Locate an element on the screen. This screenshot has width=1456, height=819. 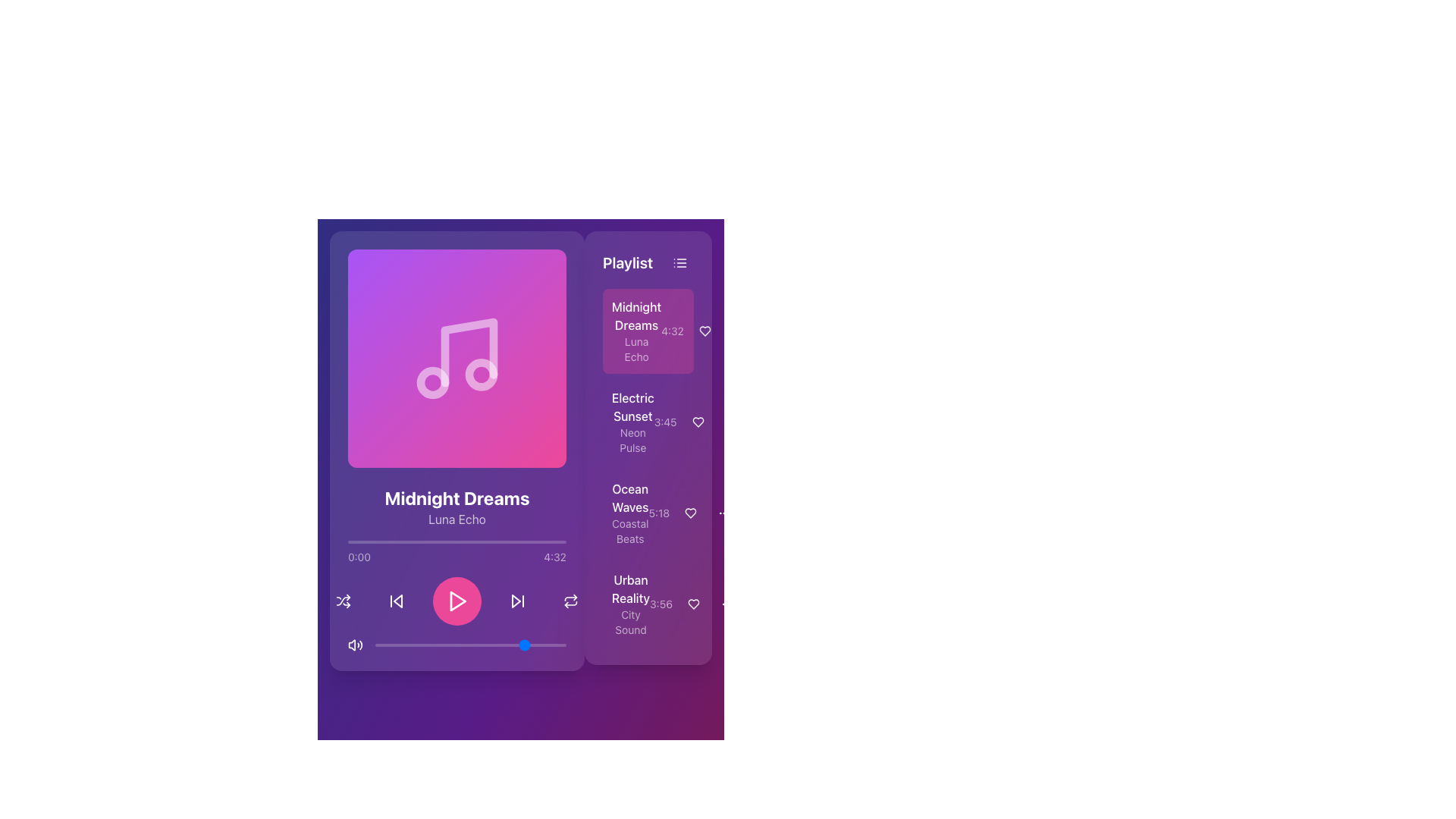
the favorite icon for the 'Electric Sunset' song located in the Playlist section of the interface is located at coordinates (697, 422).